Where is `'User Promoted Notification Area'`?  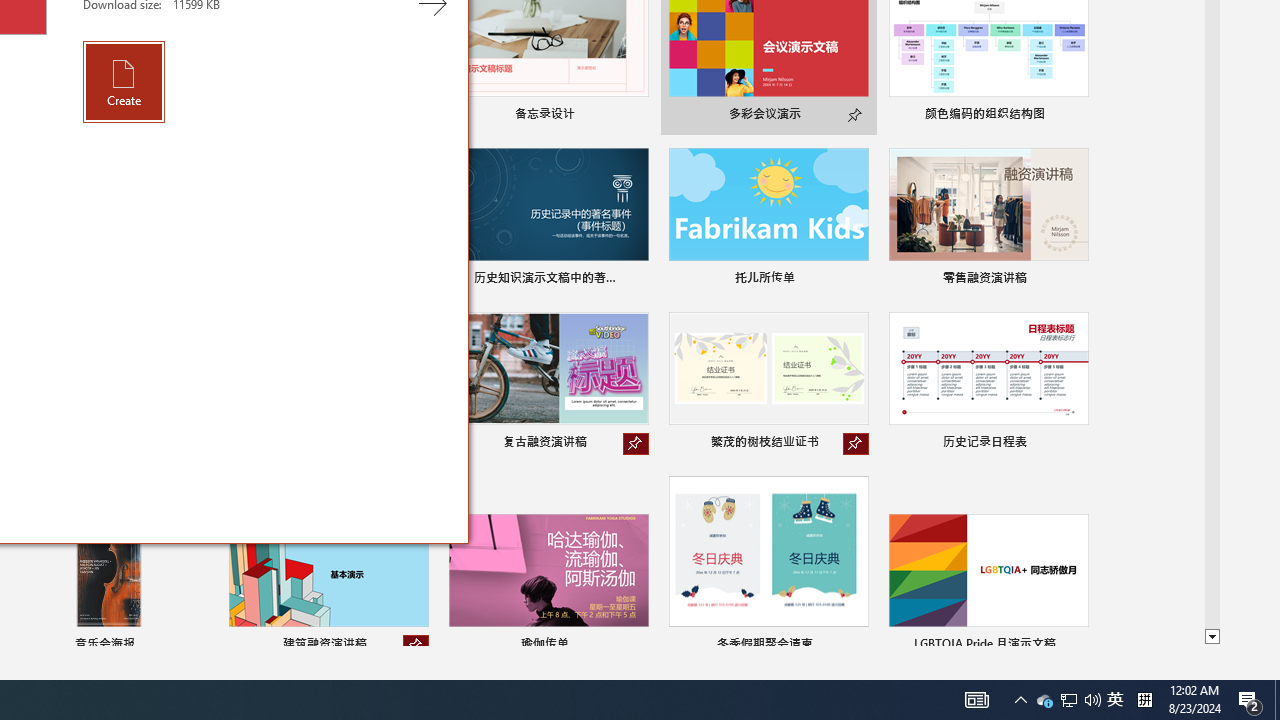
'User Promoted Notification Area' is located at coordinates (1068, 698).